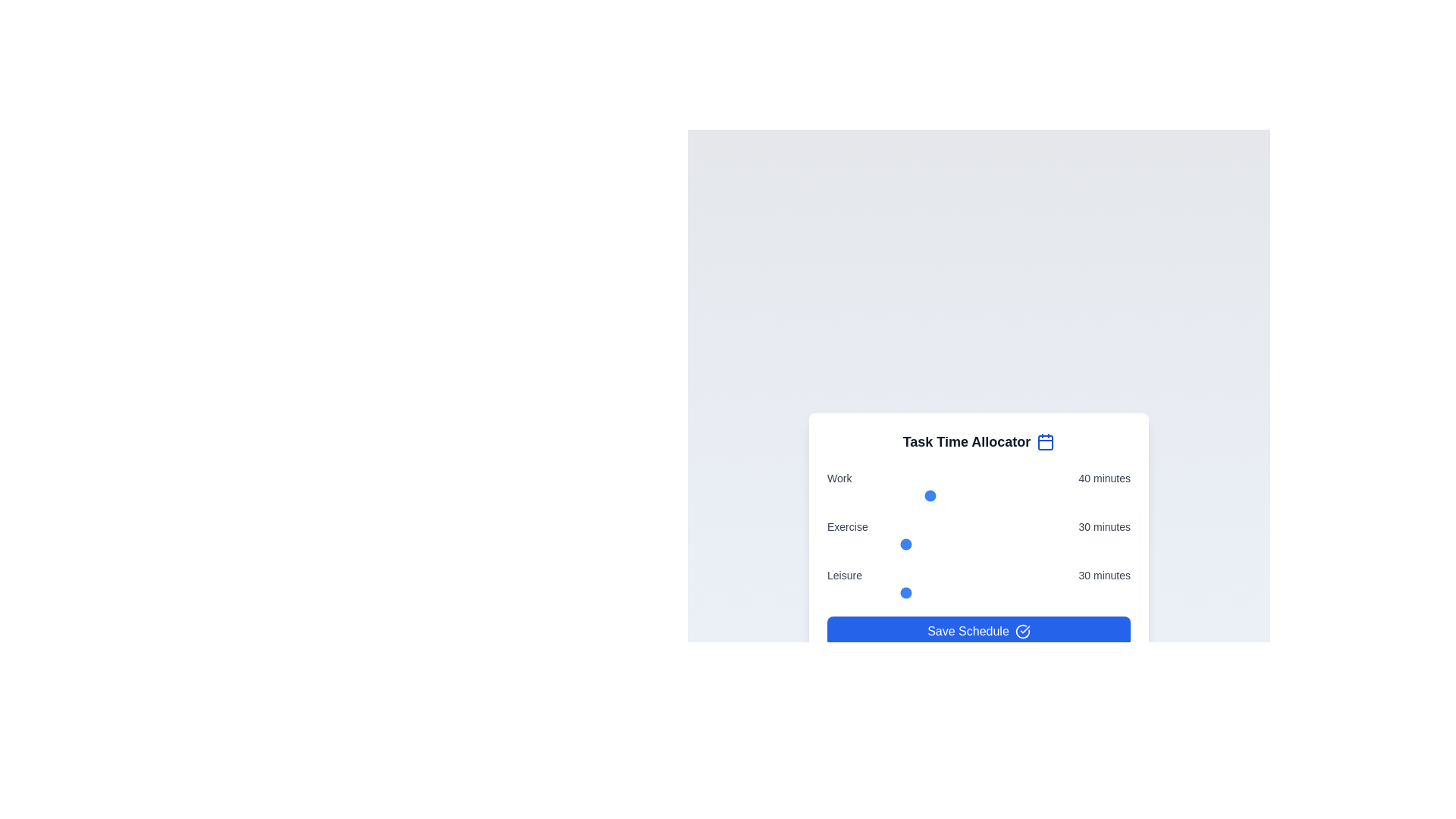 Image resolution: width=1456 pixels, height=819 pixels. What do you see at coordinates (979, 632) in the screenshot?
I see `the 'Save Schedule' button to save the changes` at bounding box center [979, 632].